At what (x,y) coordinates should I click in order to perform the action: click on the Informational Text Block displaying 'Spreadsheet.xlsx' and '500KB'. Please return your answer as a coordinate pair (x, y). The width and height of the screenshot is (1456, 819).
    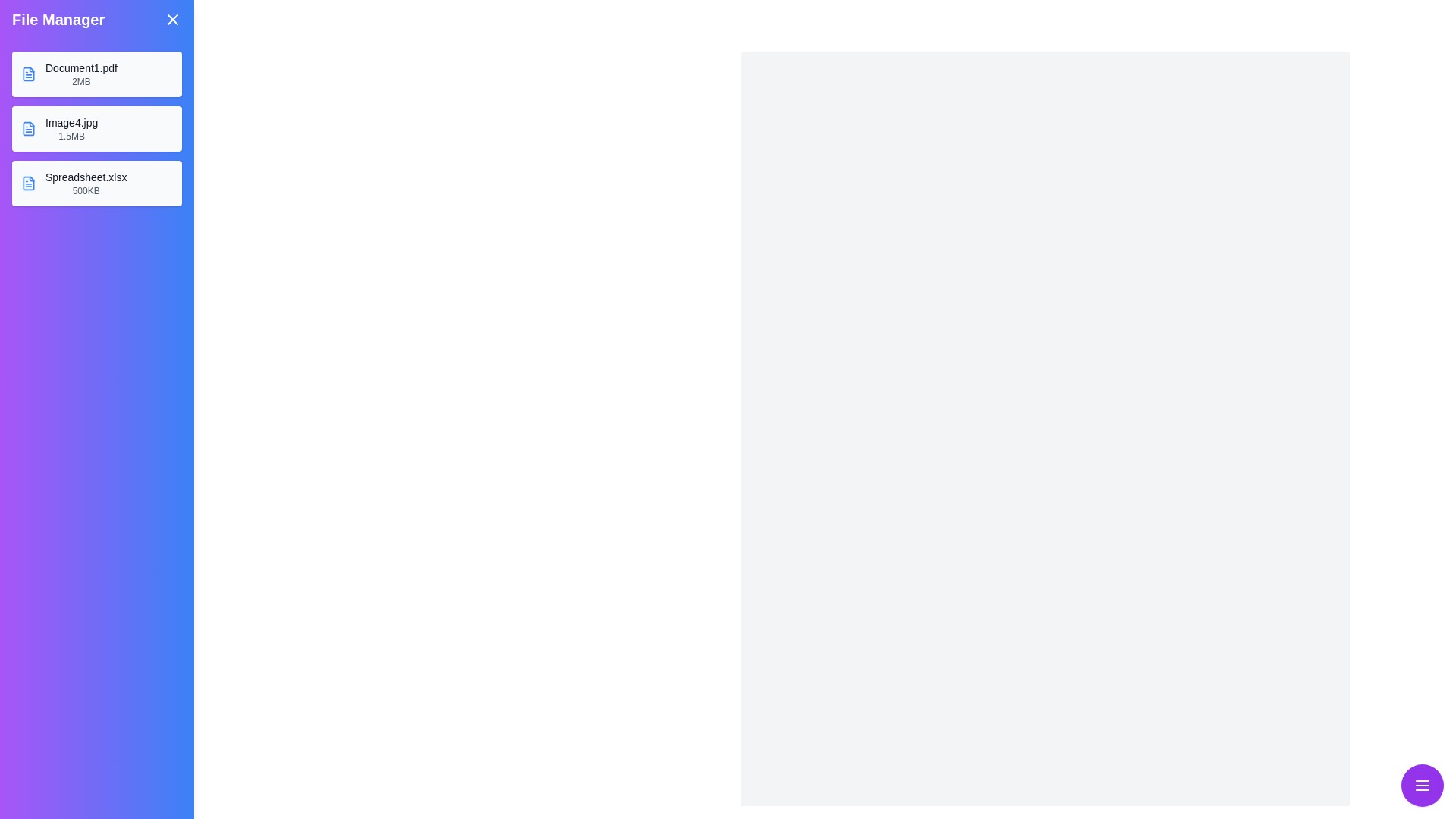
    Looking at the image, I should click on (85, 183).